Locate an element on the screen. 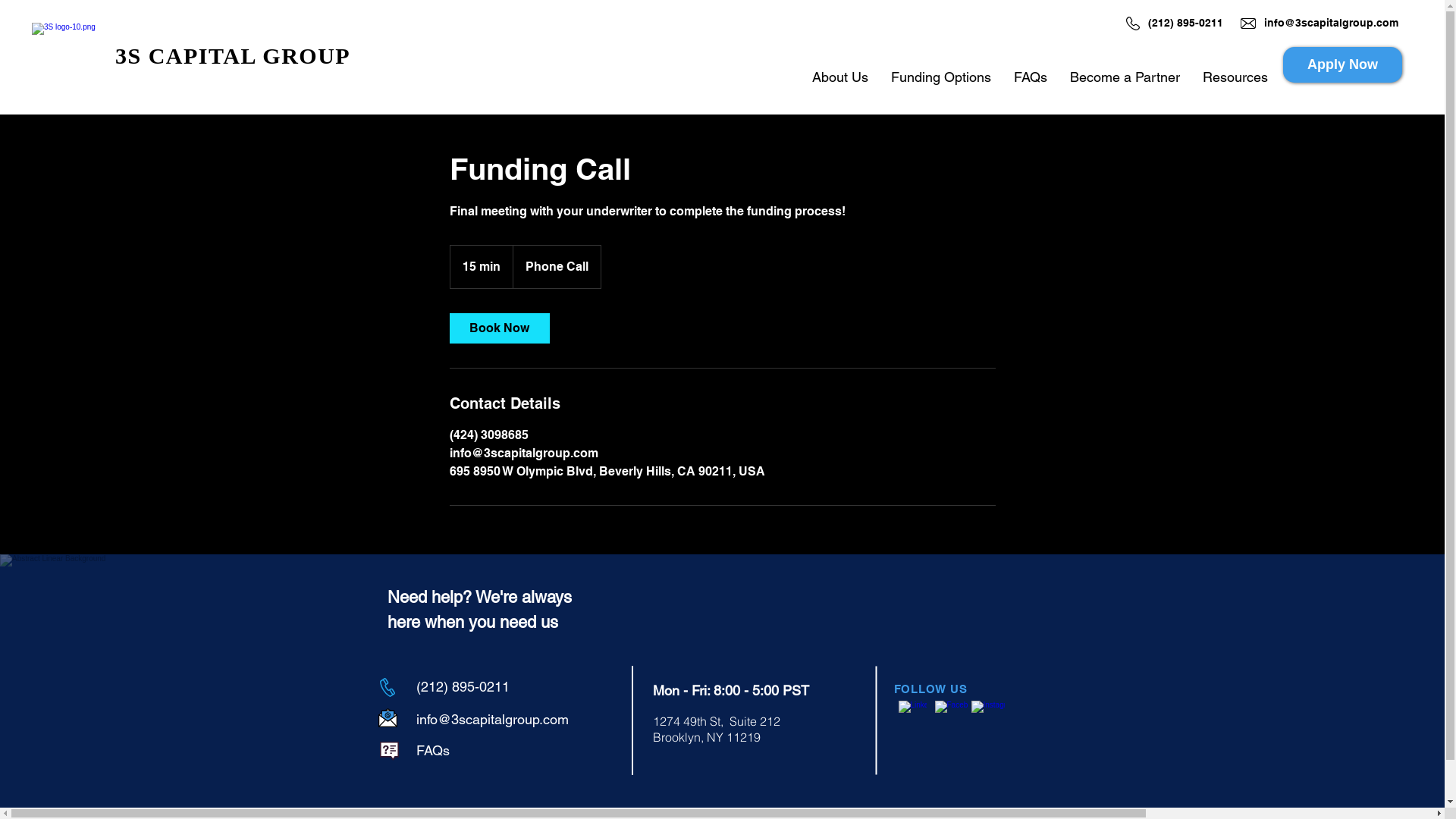  'info@3scapitalgroup.com' is located at coordinates (491, 718).